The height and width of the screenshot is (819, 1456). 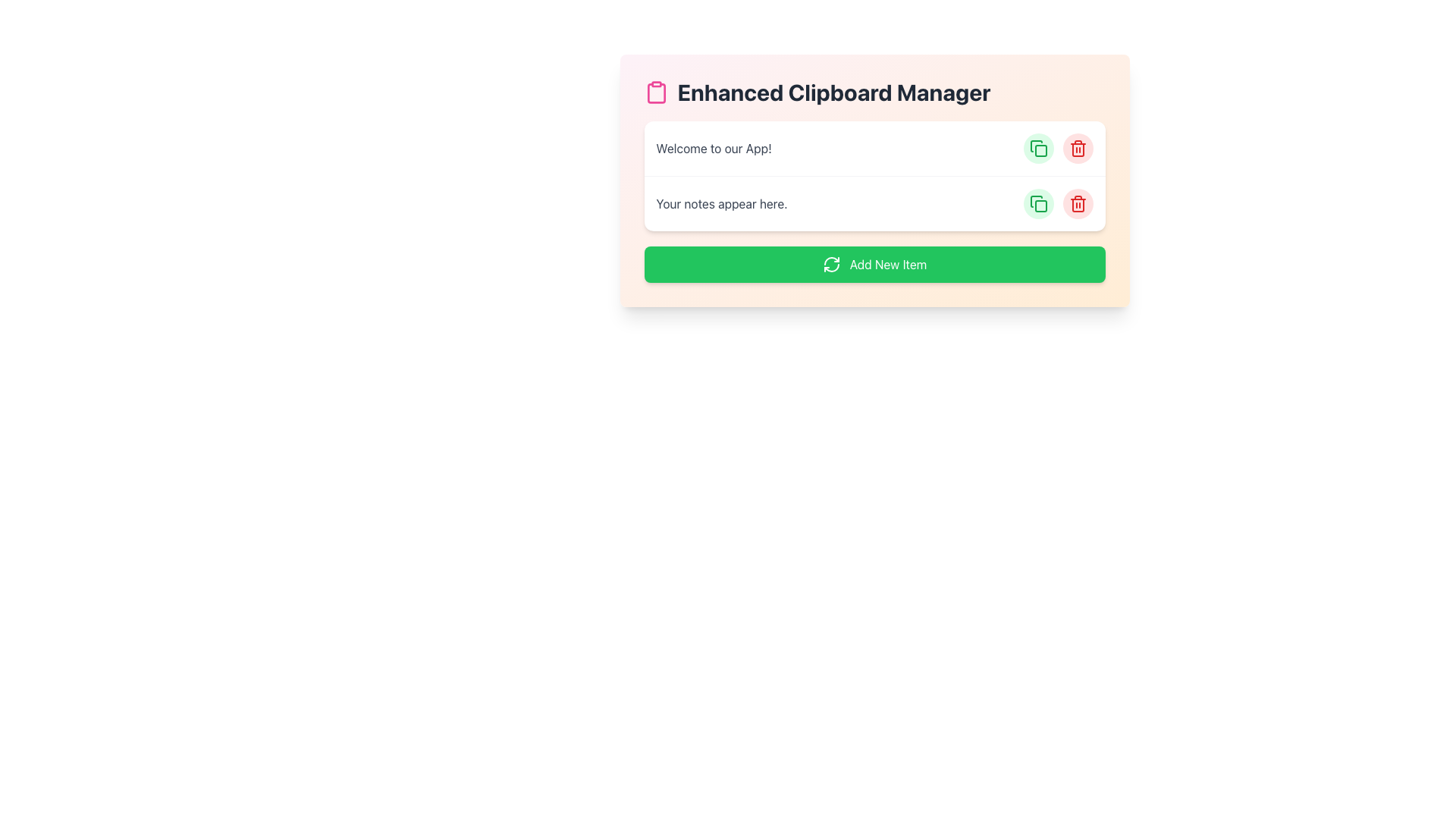 What do you see at coordinates (1077, 149) in the screenshot?
I see `the trash can icon button located on the right side of the top entry within the list` at bounding box center [1077, 149].